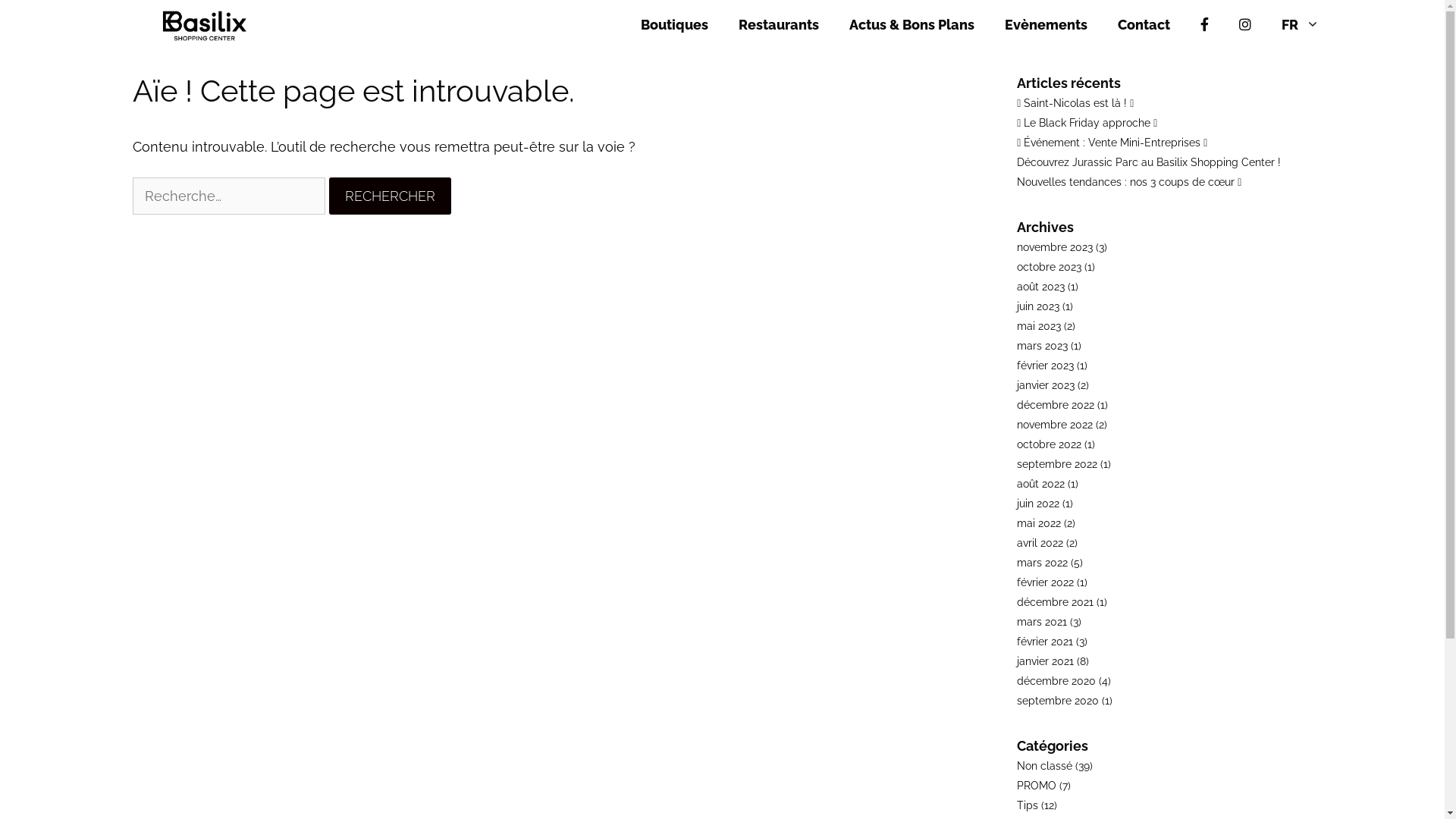 Image resolution: width=1456 pixels, height=819 pixels. Describe the element at coordinates (1054, 246) in the screenshot. I see `'novembre 2023'` at that location.